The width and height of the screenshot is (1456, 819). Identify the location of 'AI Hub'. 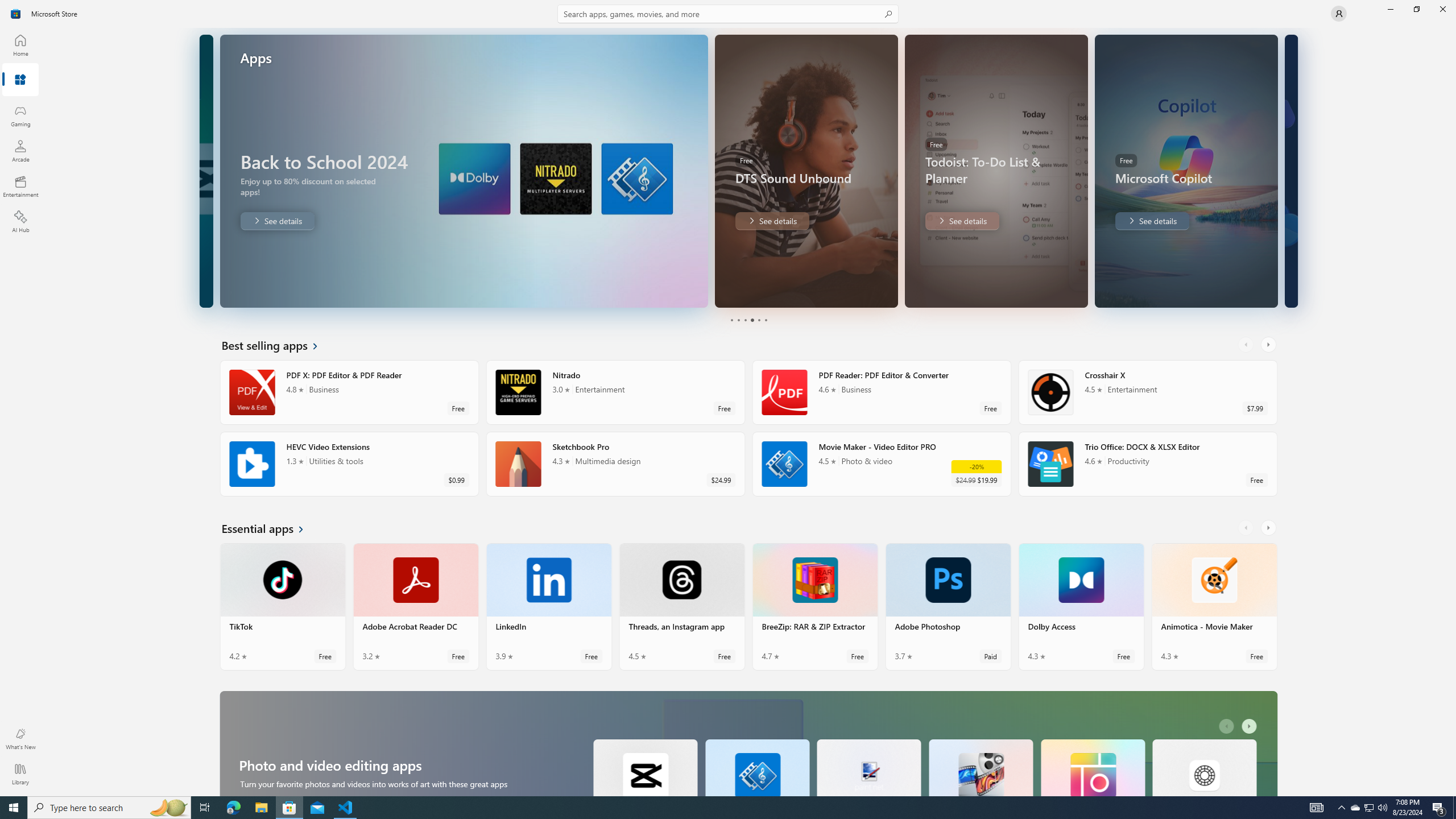
(19, 221).